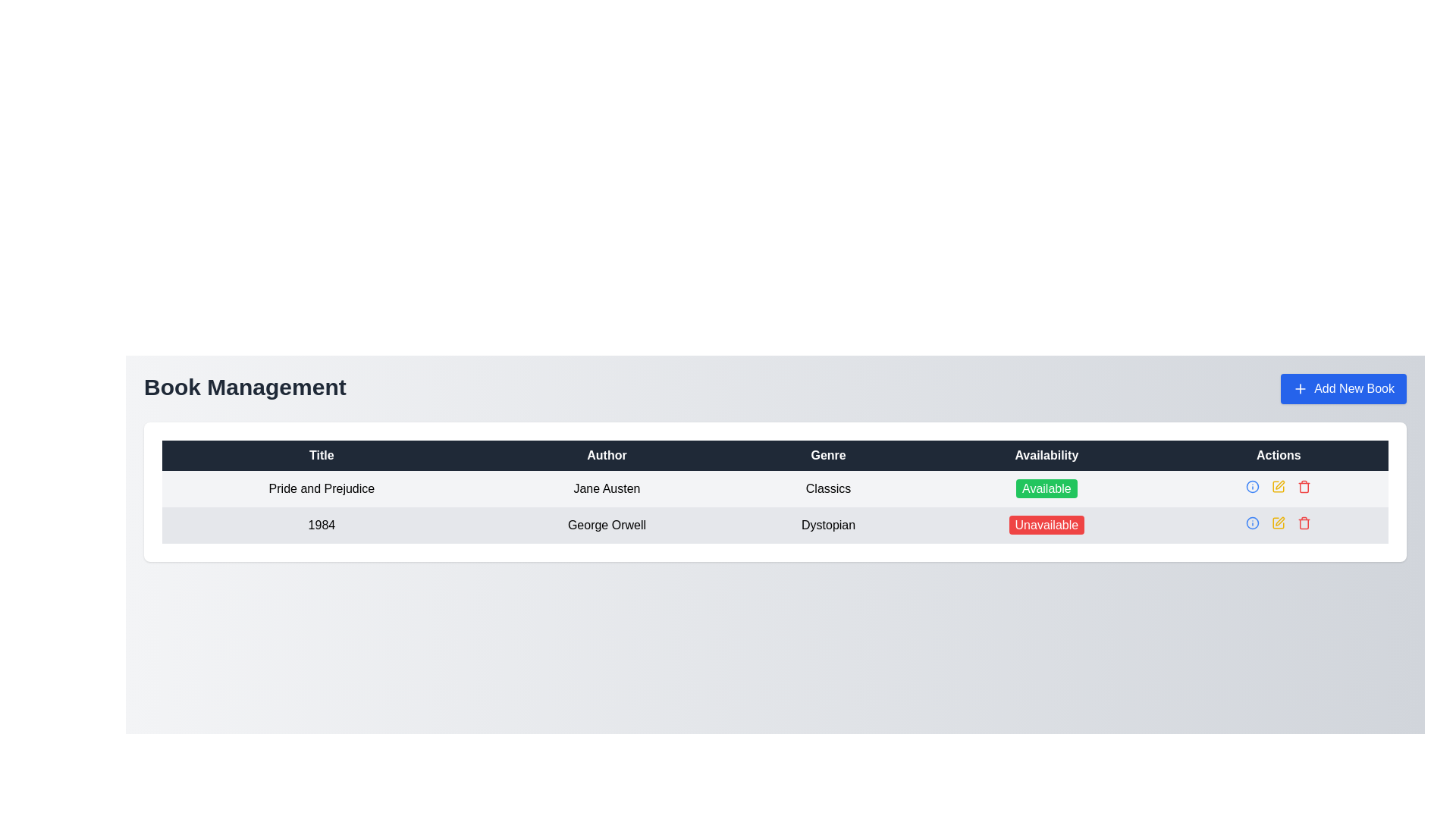 Image resolution: width=1456 pixels, height=819 pixels. Describe the element at coordinates (1278, 522) in the screenshot. I see `the edit button icon located in the second position of the 'Actions' column of the last row in the tabular data to initiate editing` at that location.